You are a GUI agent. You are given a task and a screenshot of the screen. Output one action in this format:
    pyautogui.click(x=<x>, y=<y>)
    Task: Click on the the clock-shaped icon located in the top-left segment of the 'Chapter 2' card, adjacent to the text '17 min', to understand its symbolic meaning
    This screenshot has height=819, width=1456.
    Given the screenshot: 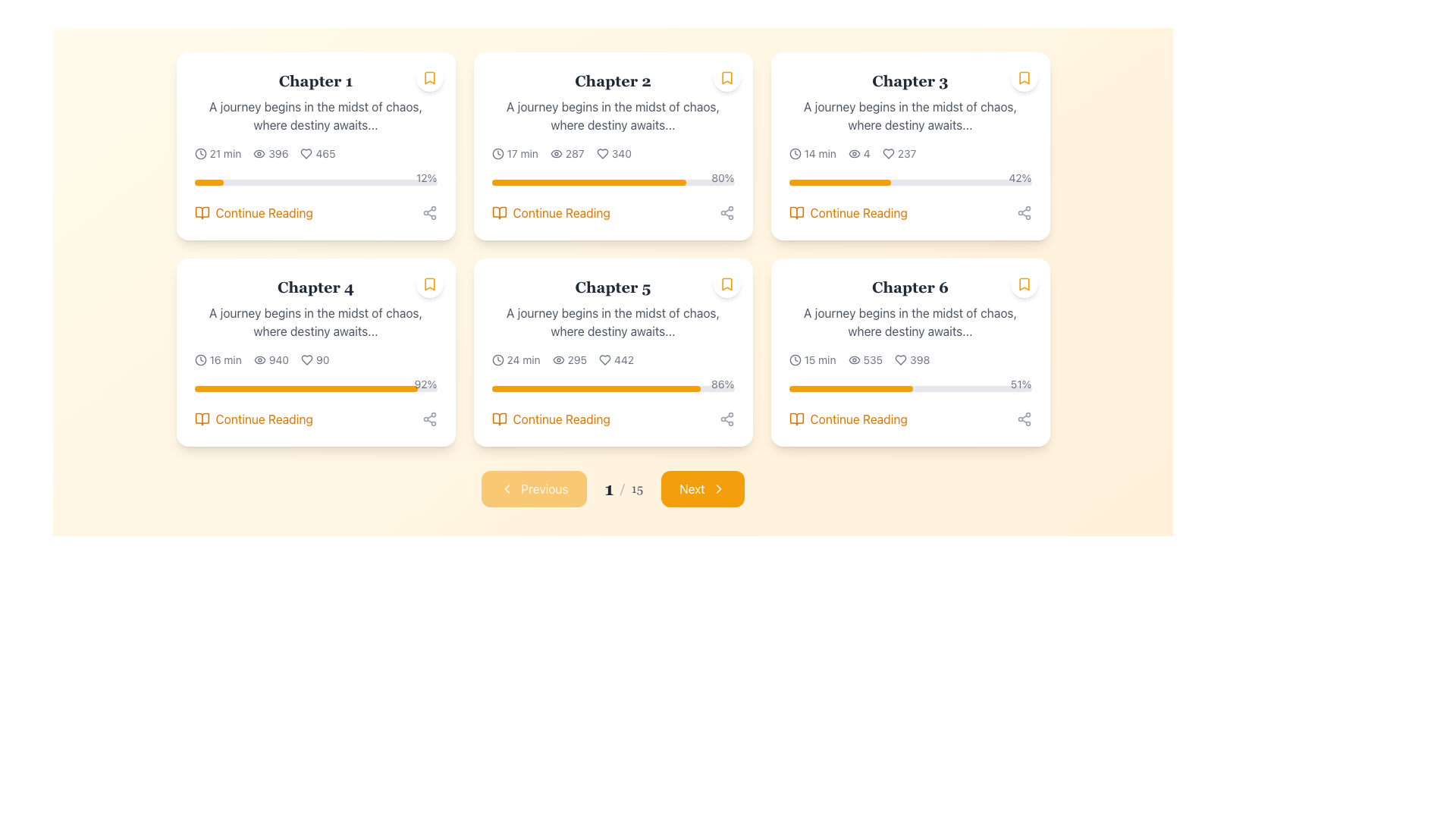 What is the action you would take?
    pyautogui.click(x=497, y=154)
    